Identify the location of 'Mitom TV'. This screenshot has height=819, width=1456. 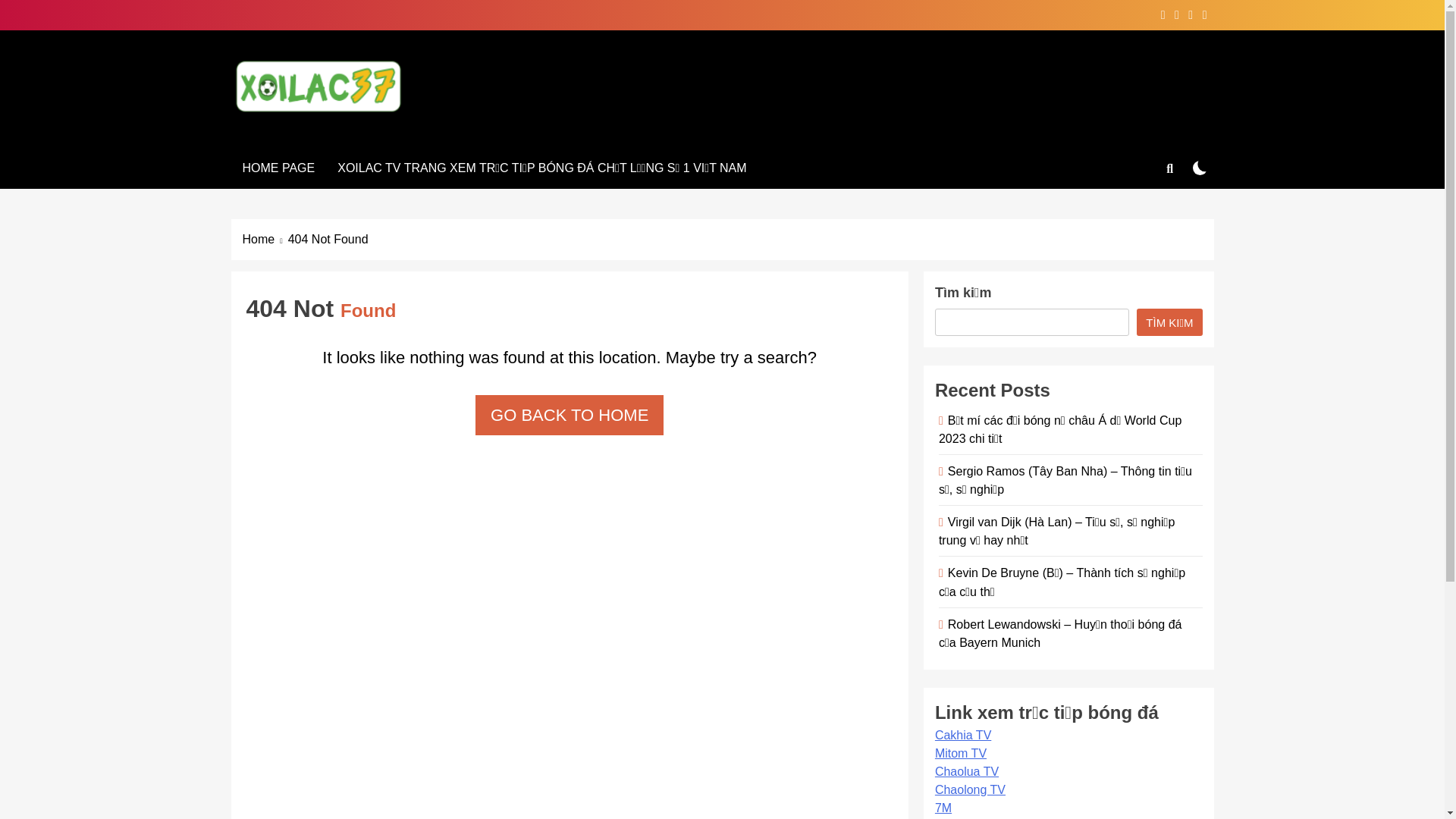
(960, 753).